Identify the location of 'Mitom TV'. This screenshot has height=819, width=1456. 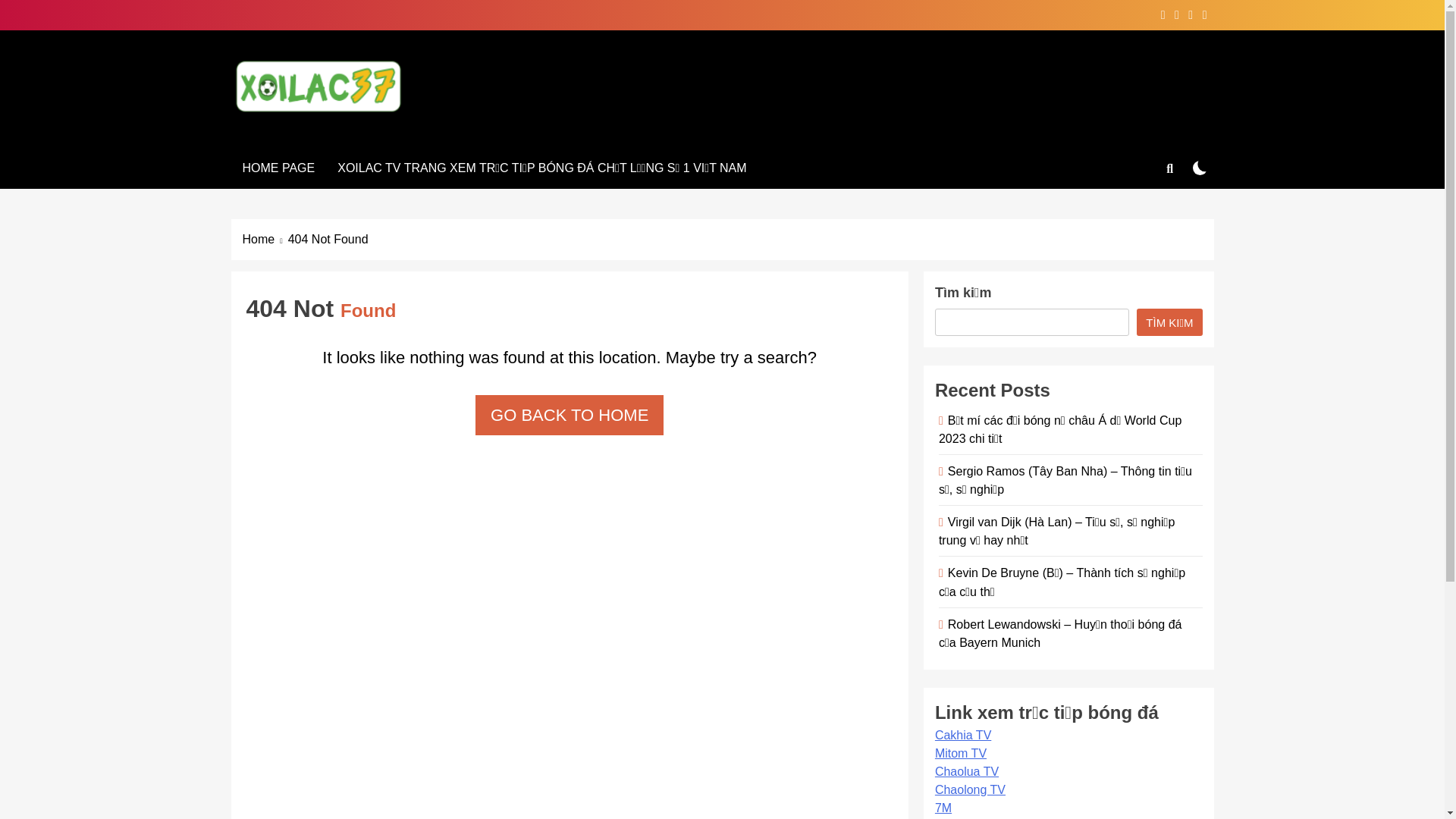
(960, 753).